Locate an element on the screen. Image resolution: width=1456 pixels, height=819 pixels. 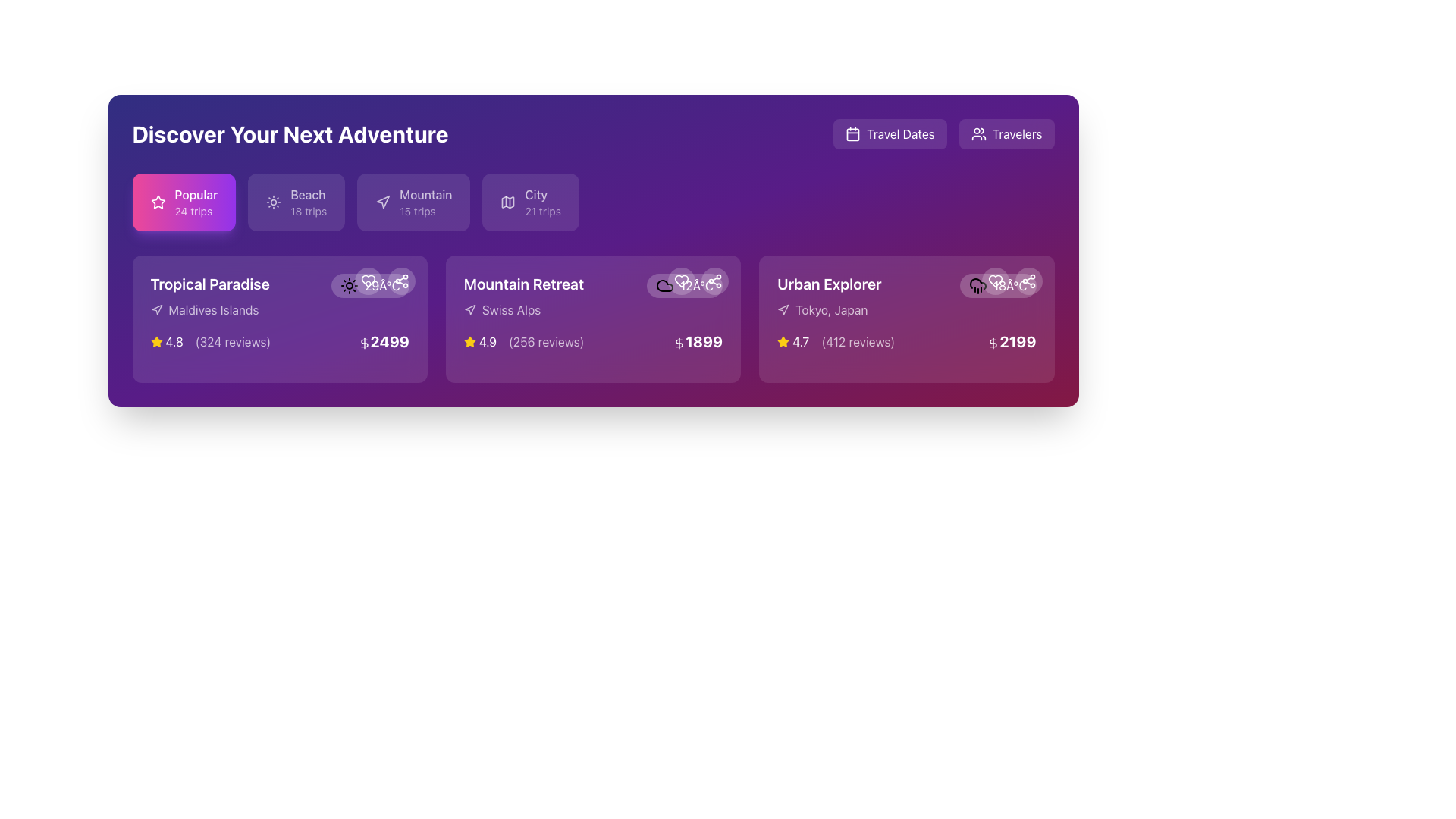
the yellow star icon in the Rating display, which shows a rating of '4.7' and is located at the bottom center-right of the 'Urban Explorer' card is located at coordinates (792, 342).